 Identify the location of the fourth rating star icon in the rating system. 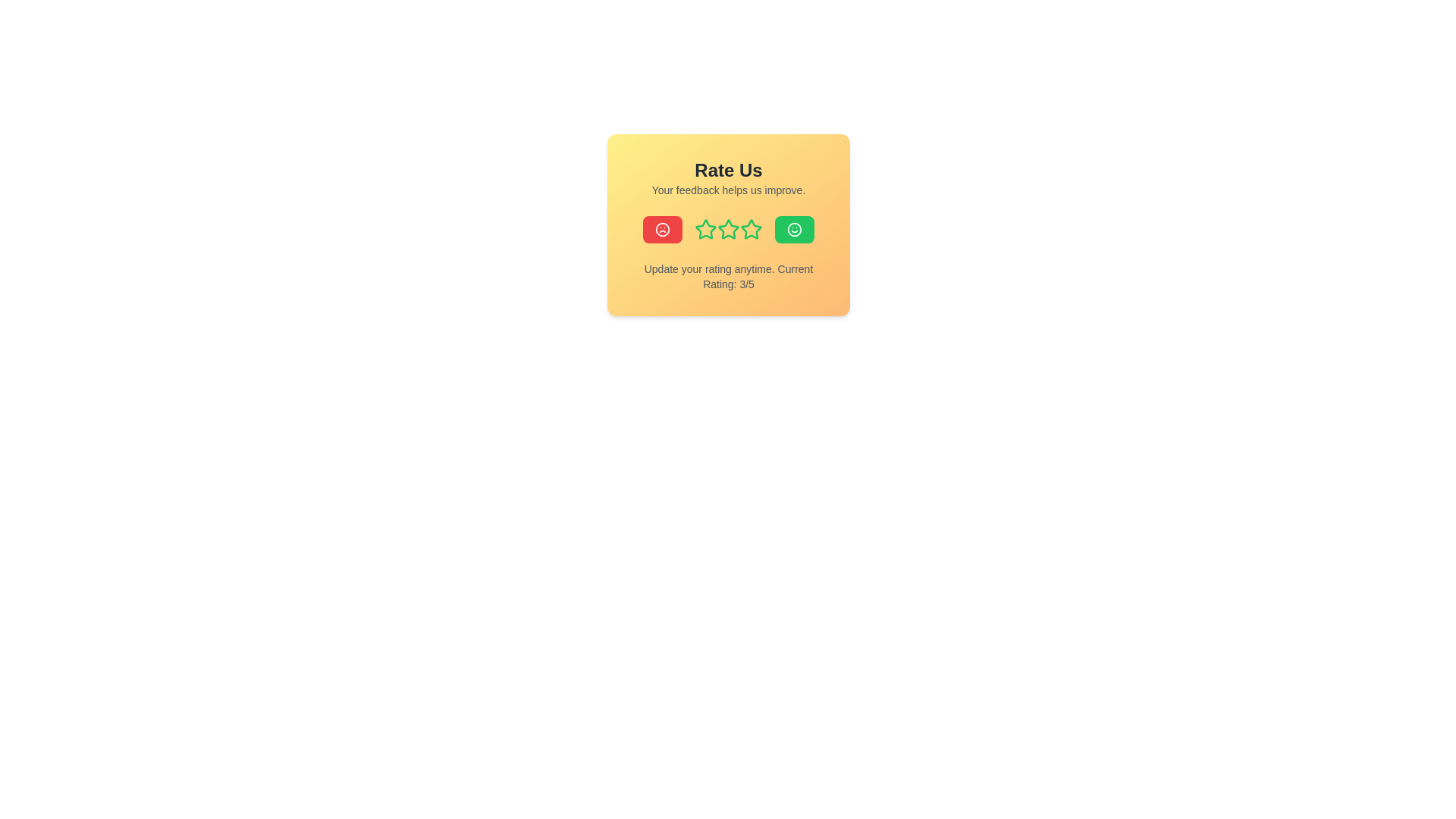
(750, 228).